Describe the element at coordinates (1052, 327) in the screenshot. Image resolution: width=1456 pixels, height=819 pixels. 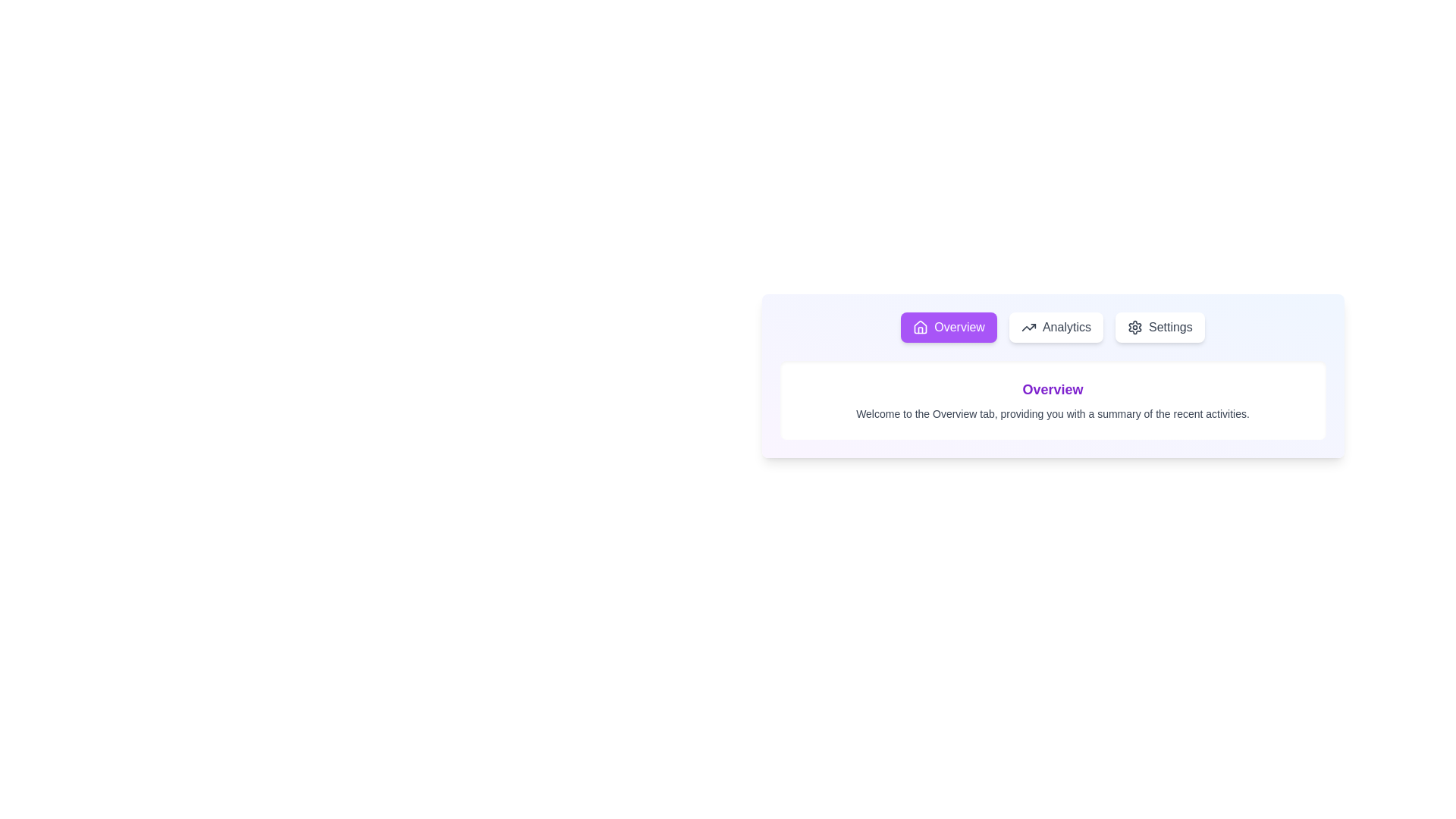
I see `the 'Analytics' navigation button, which features a white background, gray text, and a trend line icon, positioned between the 'Overview' and 'Settings' buttons` at that location.